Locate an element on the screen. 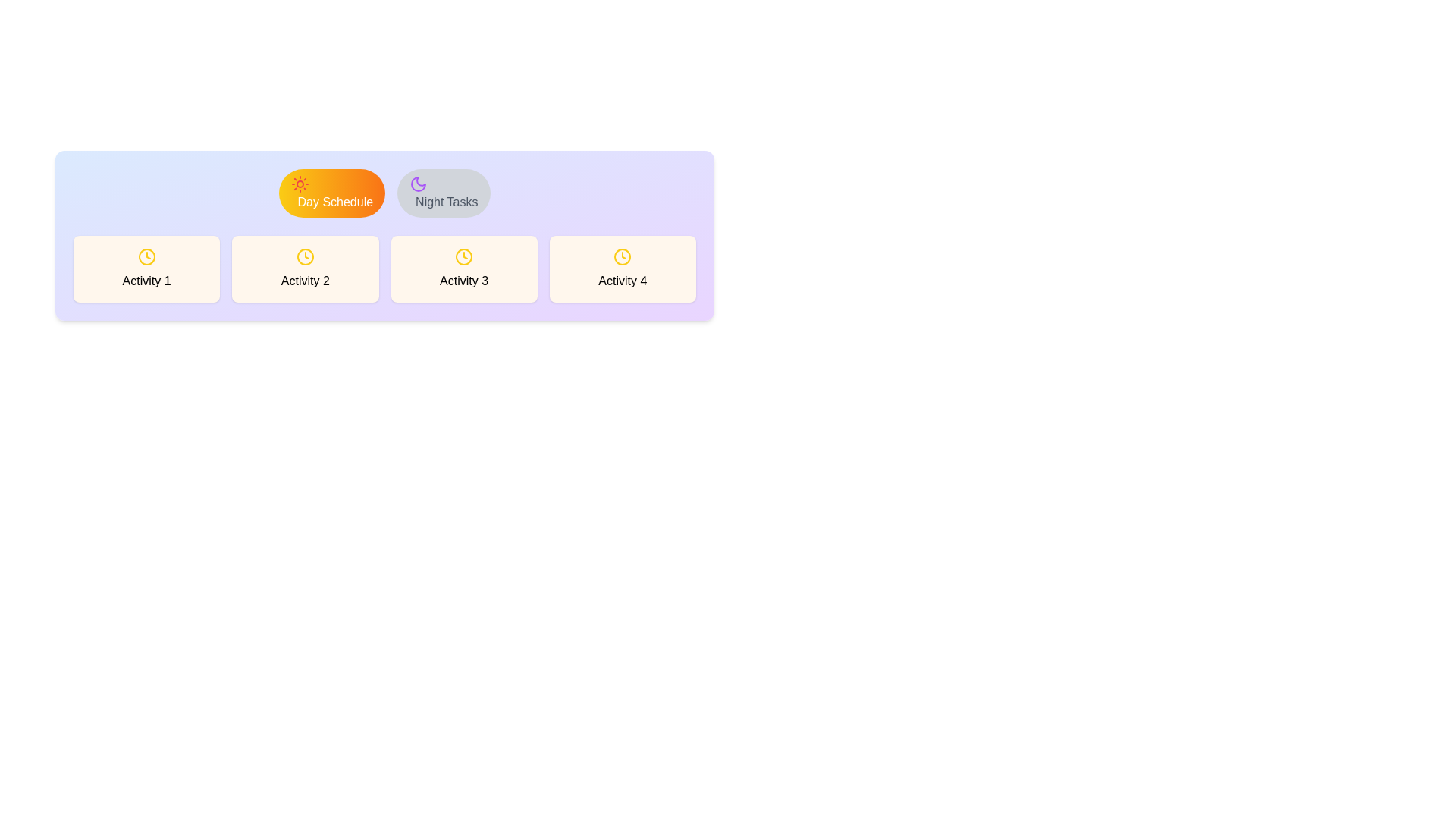 This screenshot has height=819, width=1456. the text Activity 2 within the content is located at coordinates (304, 268).